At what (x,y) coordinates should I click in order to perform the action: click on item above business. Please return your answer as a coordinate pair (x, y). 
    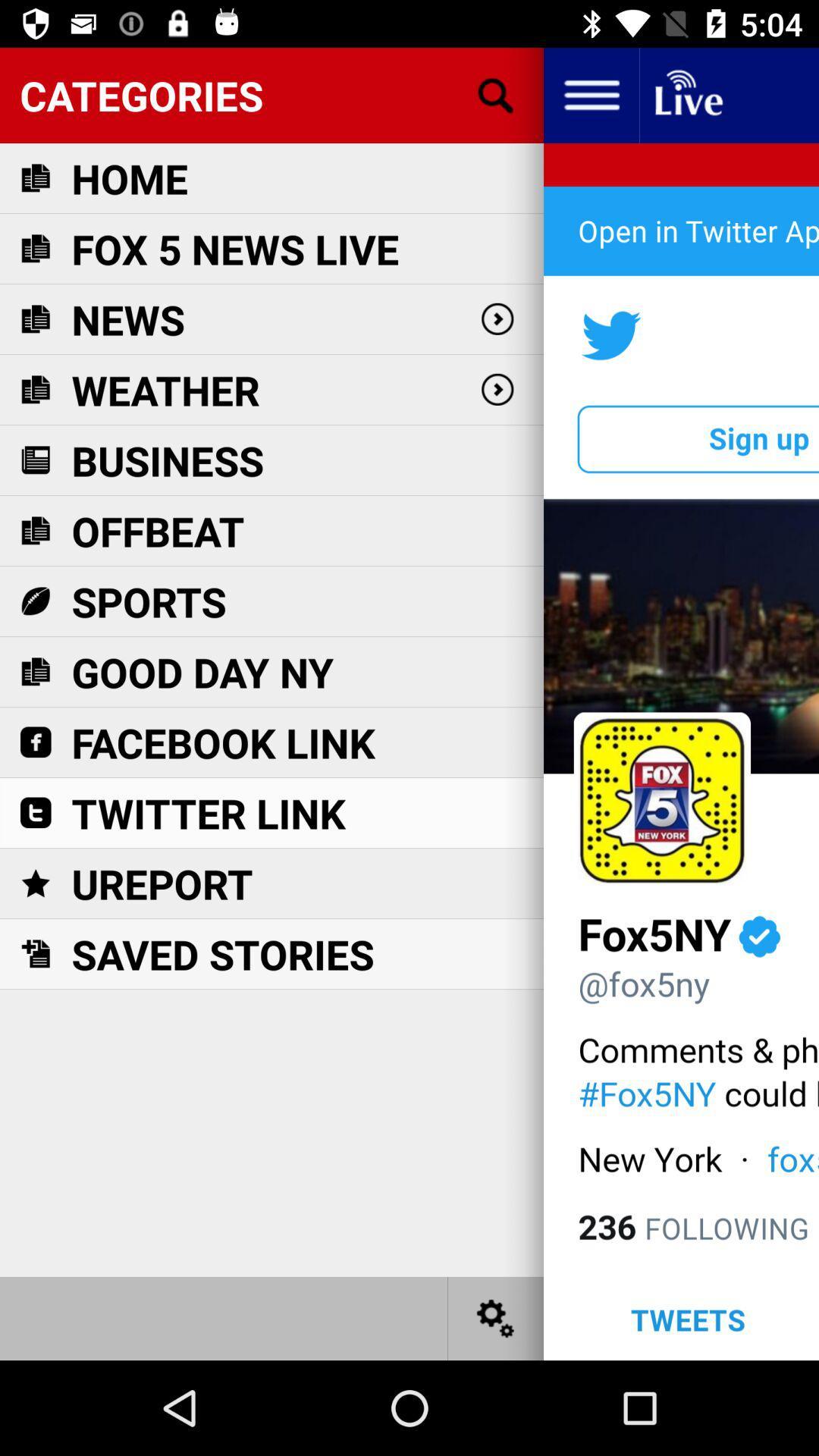
    Looking at the image, I should click on (165, 390).